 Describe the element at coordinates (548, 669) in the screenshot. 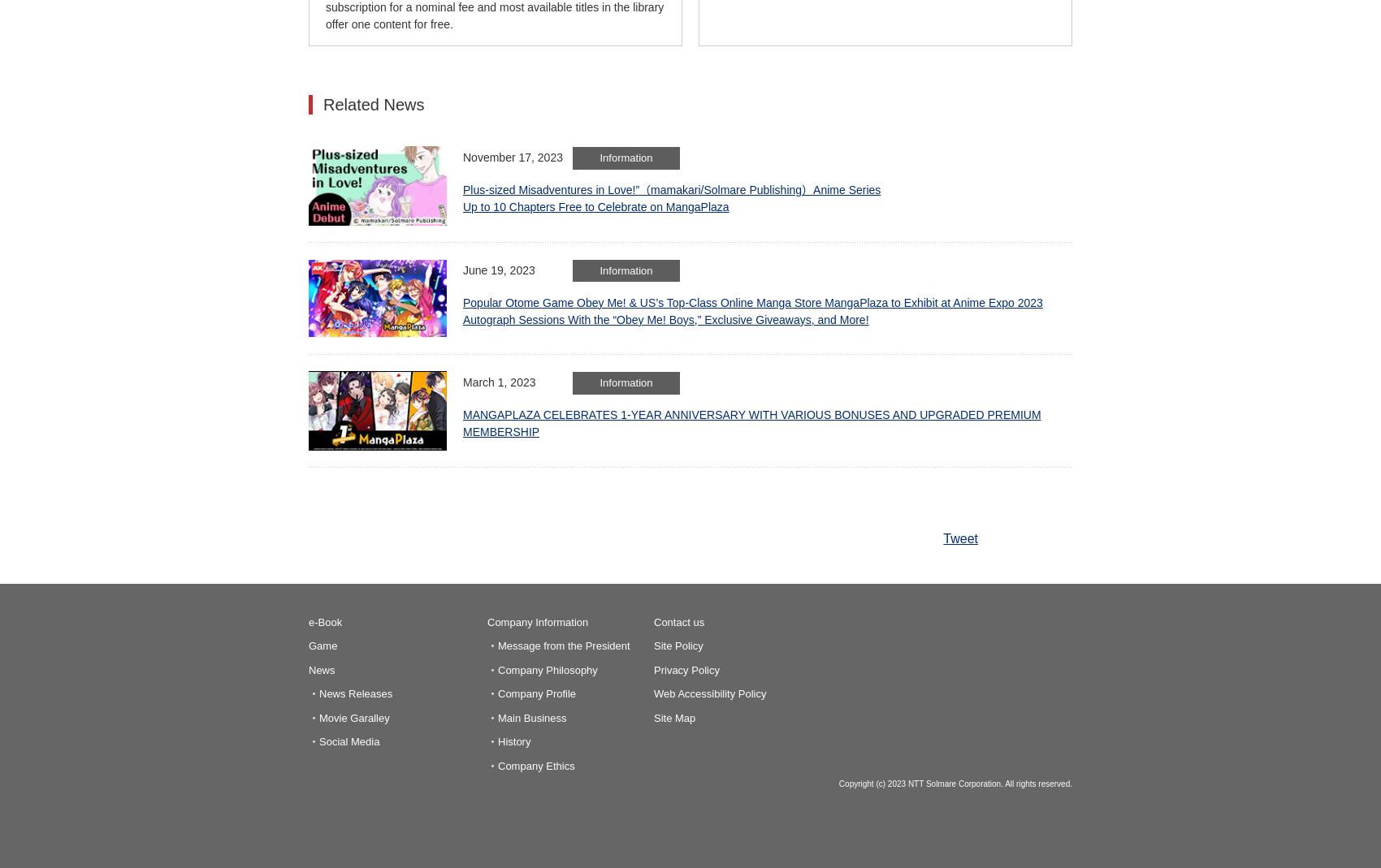

I see `'Company Philosophy'` at that location.